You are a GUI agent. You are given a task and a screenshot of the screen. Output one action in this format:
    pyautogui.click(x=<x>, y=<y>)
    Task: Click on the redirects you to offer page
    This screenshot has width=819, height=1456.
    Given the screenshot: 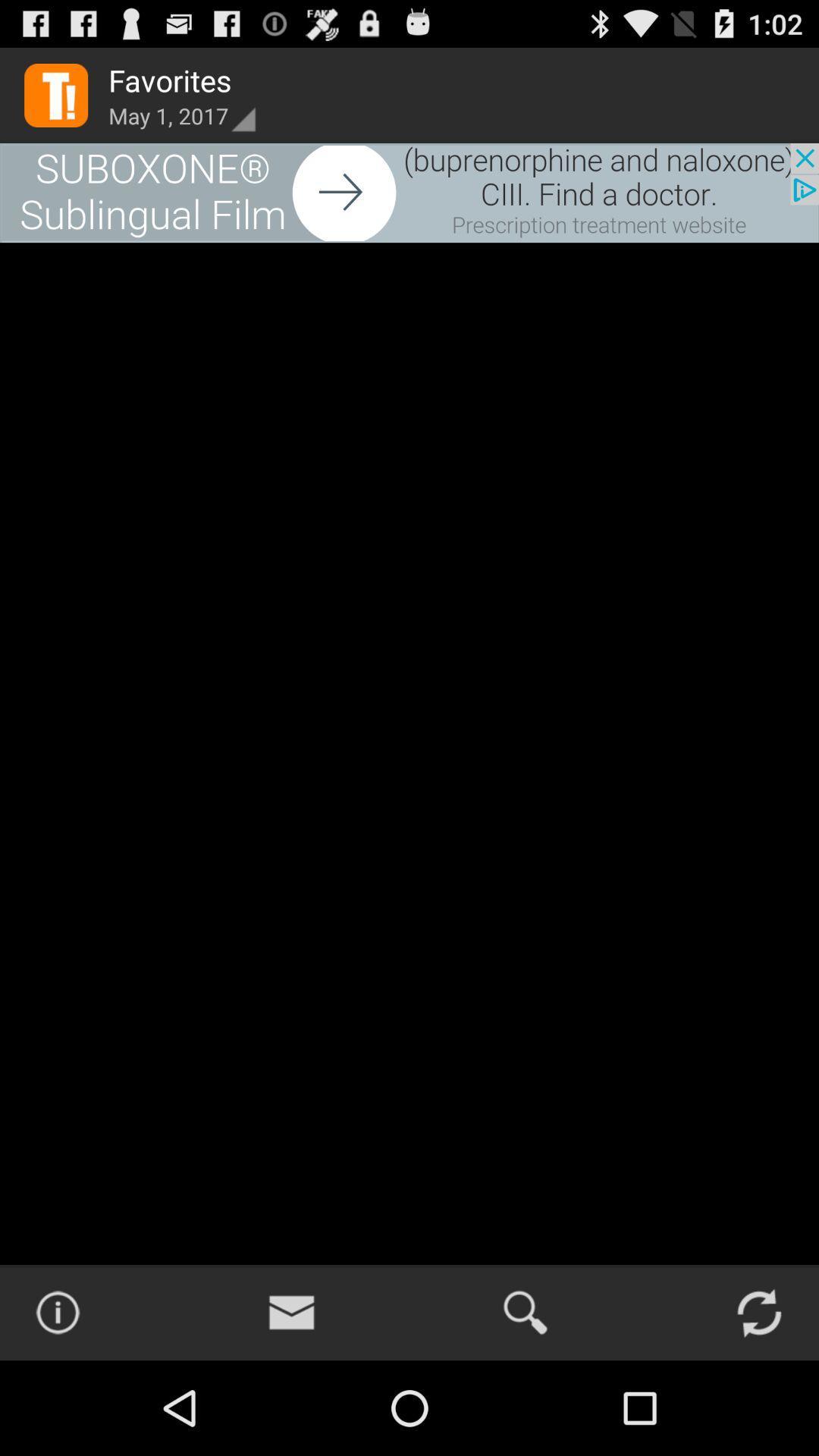 What is the action you would take?
    pyautogui.click(x=409, y=192)
    